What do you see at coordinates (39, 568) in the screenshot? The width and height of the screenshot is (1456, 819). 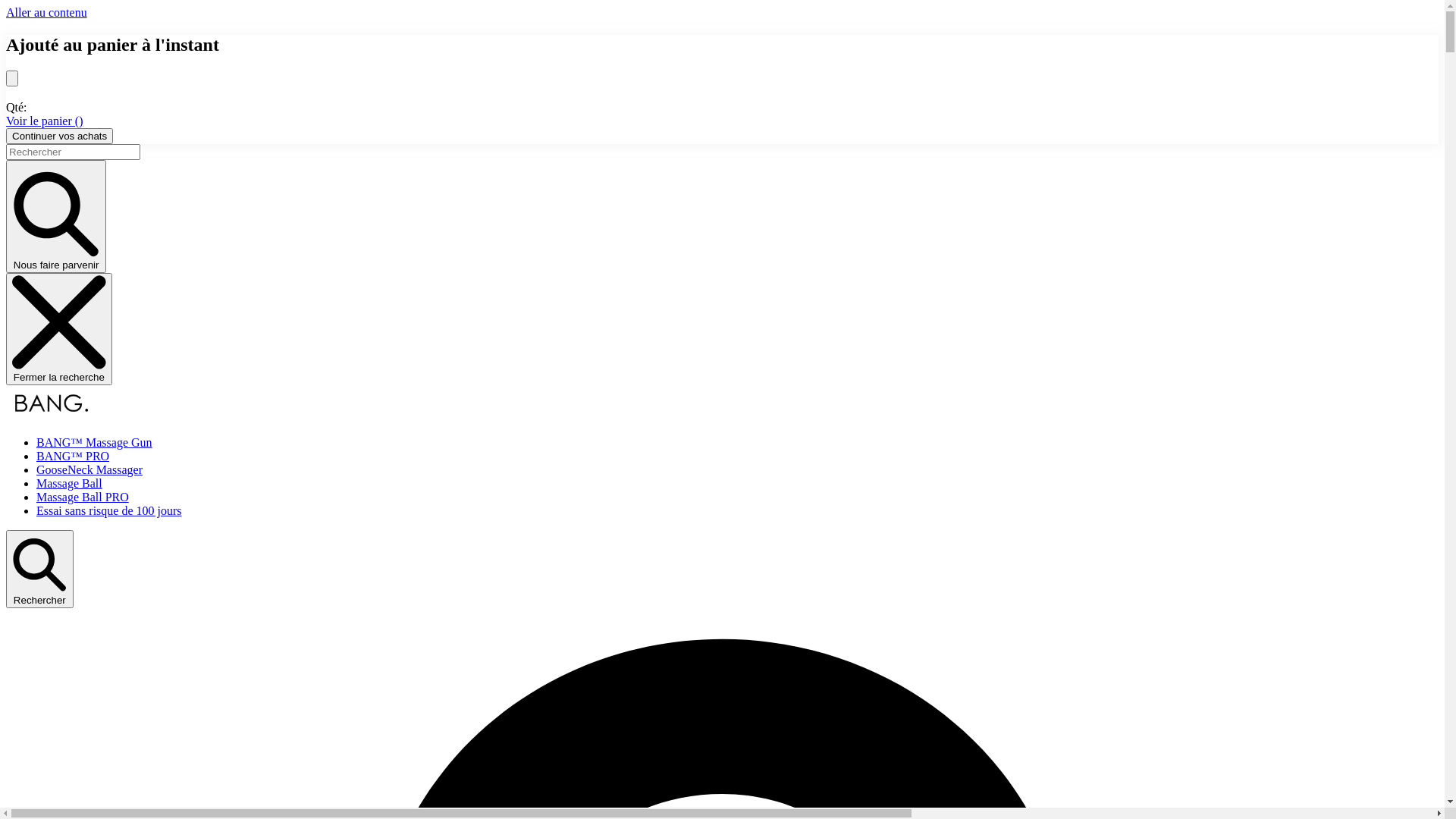 I see `'Rechercher'` at bounding box center [39, 568].